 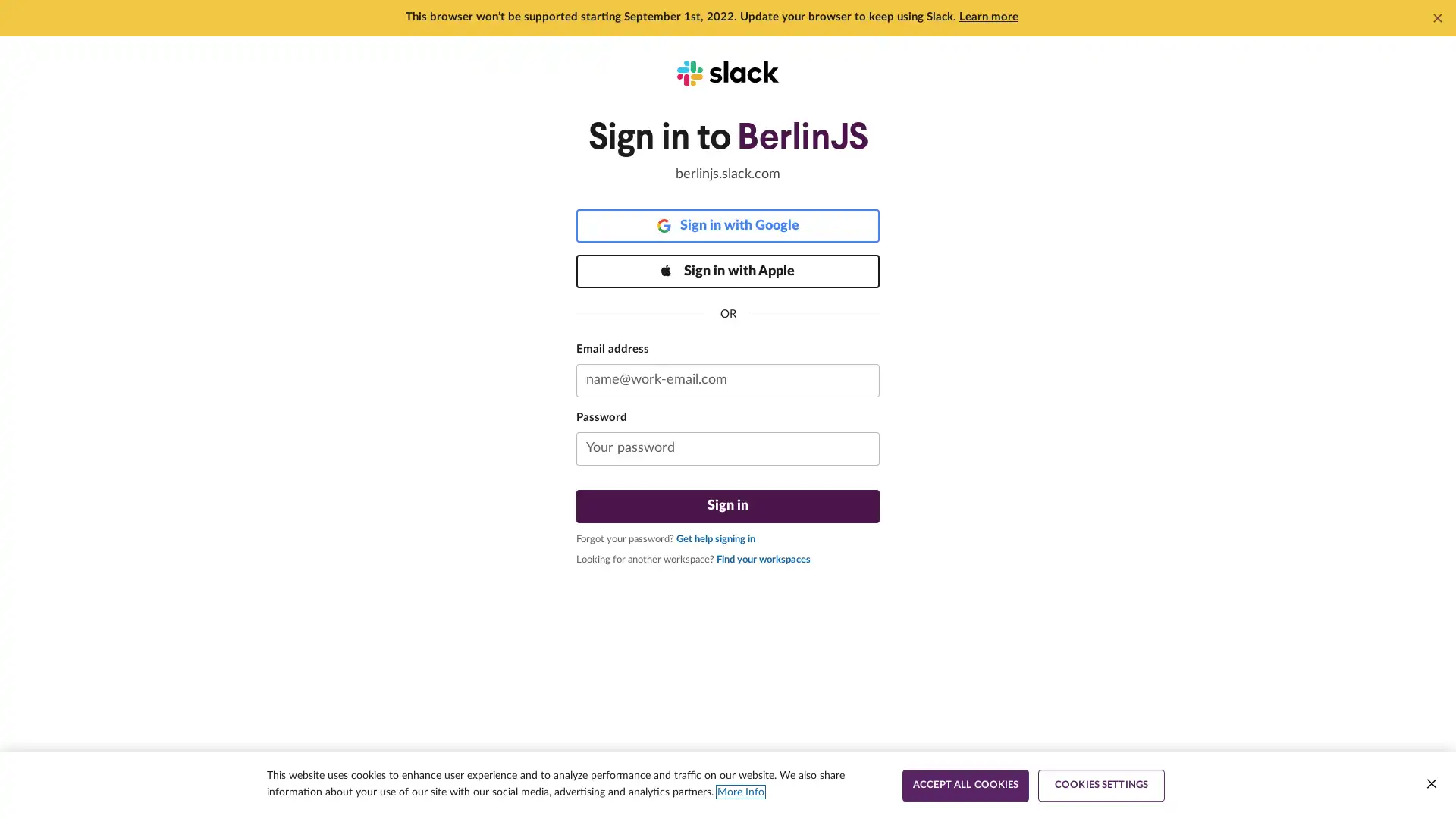 What do you see at coordinates (1430, 783) in the screenshot?
I see `Close` at bounding box center [1430, 783].